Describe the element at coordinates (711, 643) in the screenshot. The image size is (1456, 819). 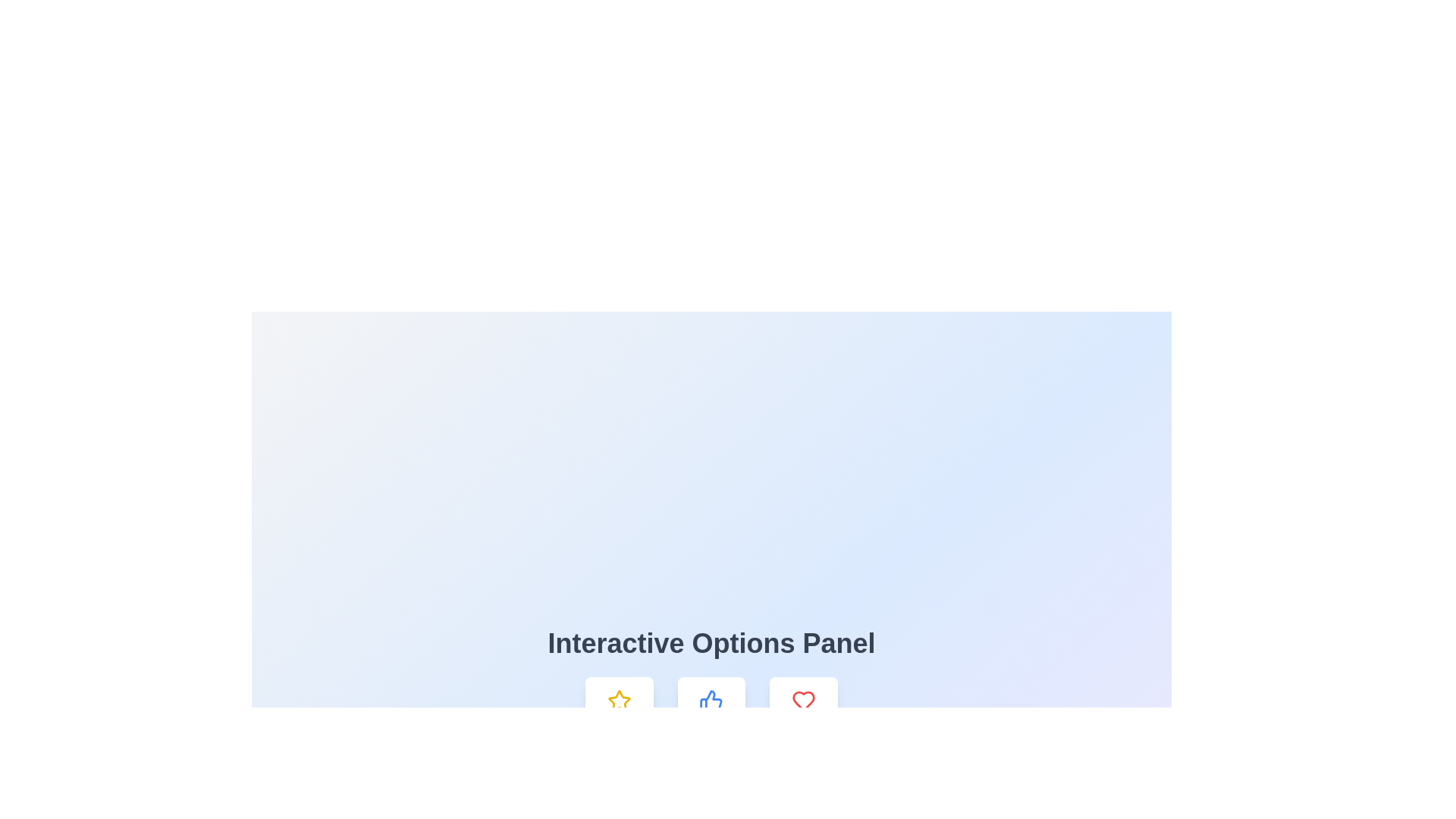
I see `the 'Interactive Options Panel' text header, which is styled in bold, large font and centered above other elements on a gradient background` at that location.